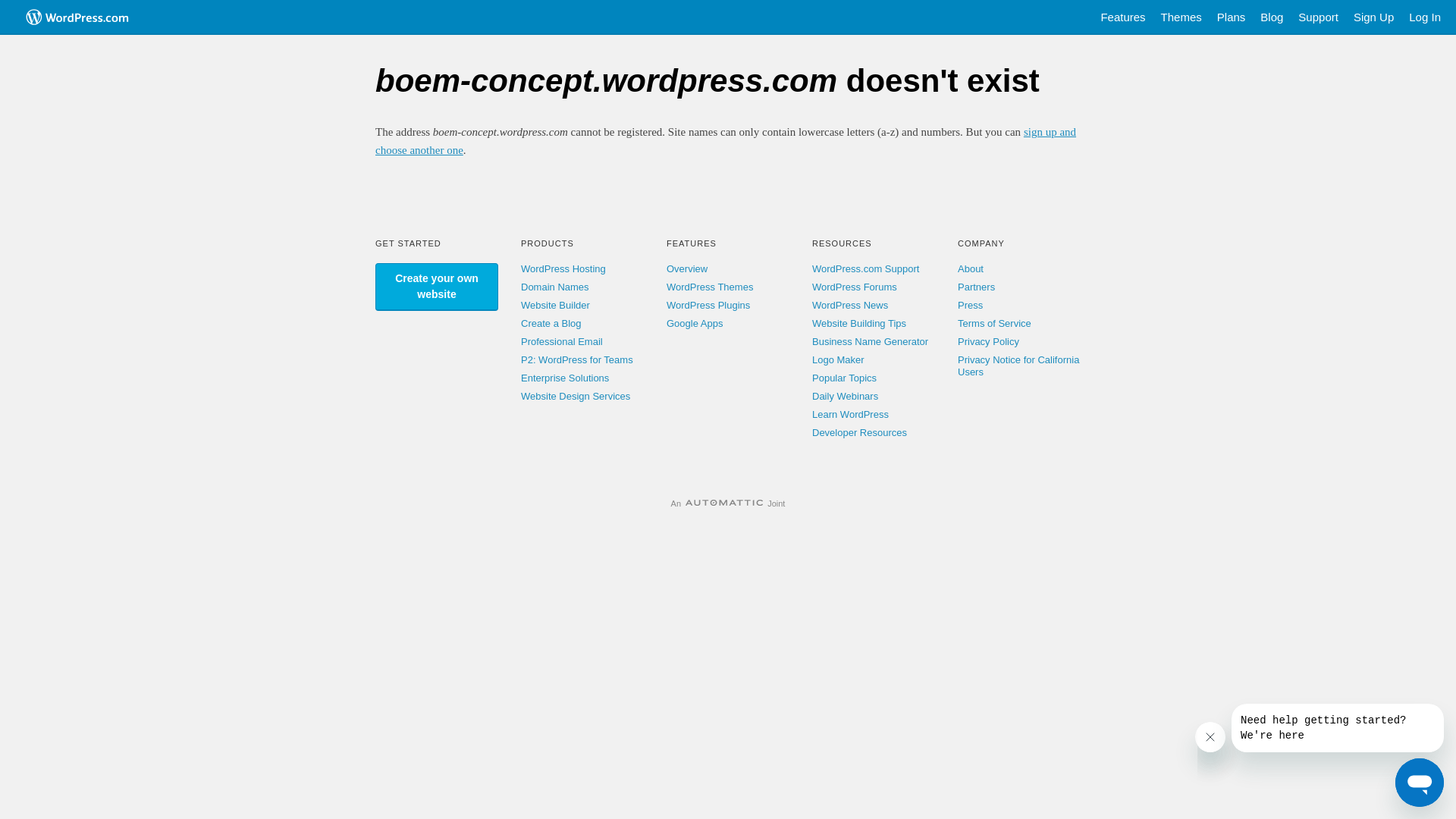  I want to click on 'Google Apps', so click(694, 322).